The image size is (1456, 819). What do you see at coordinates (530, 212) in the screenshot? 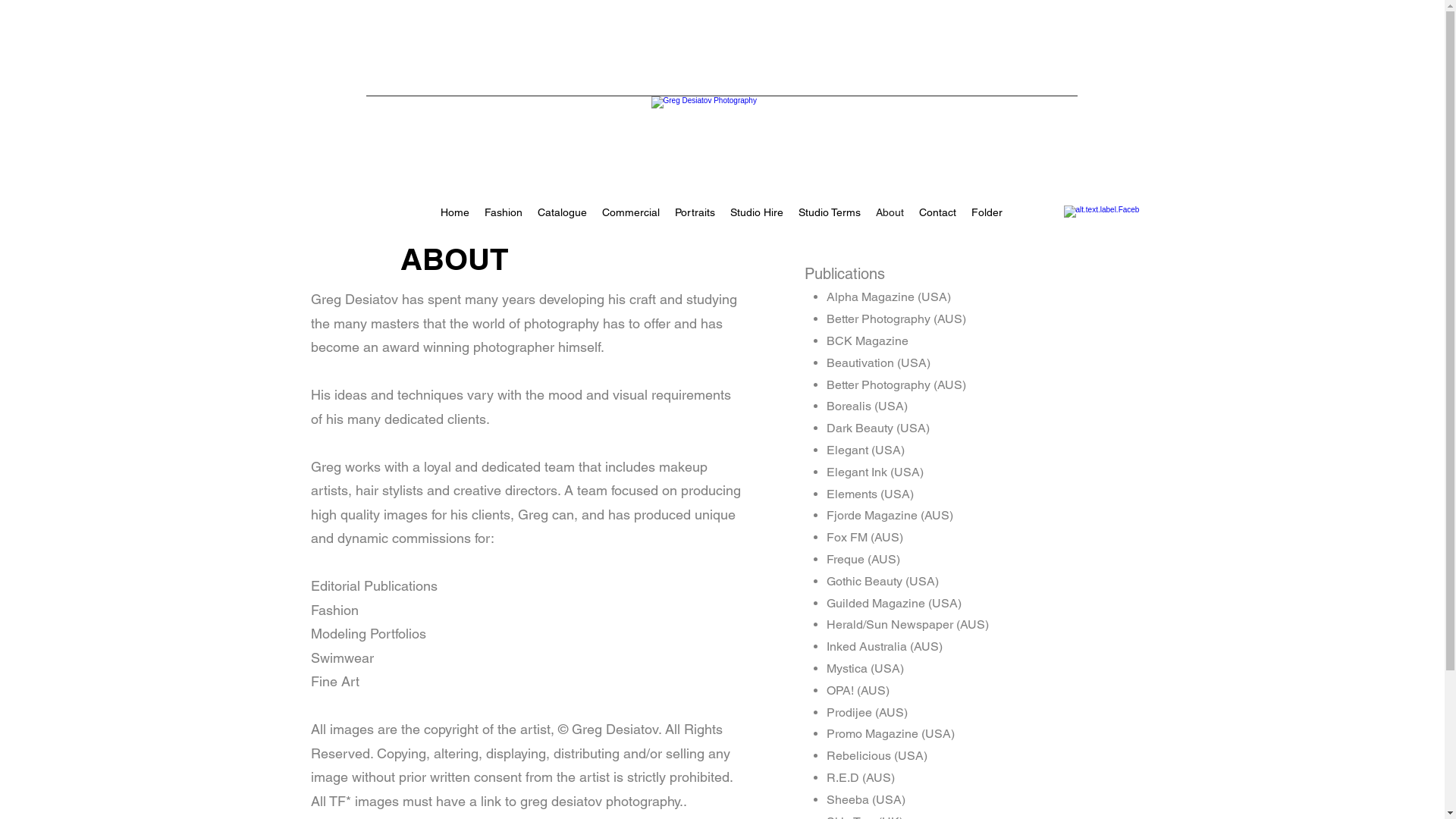
I see `'Catalogue'` at bounding box center [530, 212].